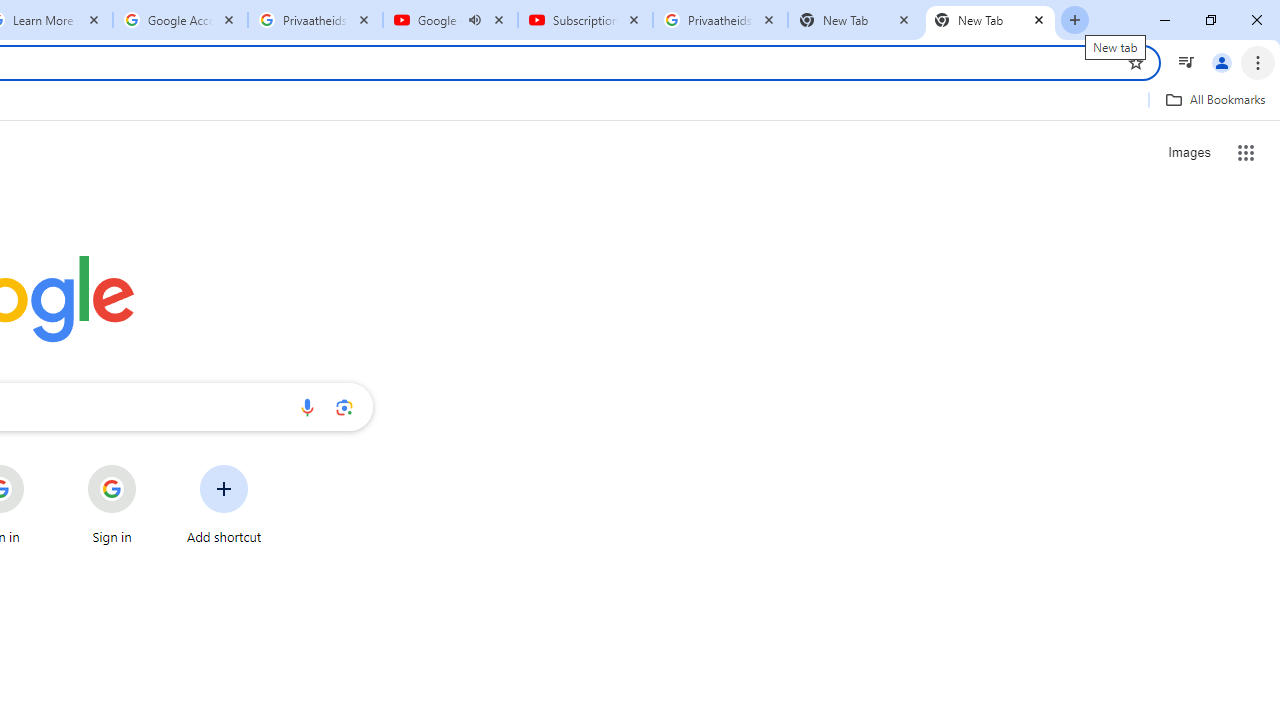  What do you see at coordinates (990, 20) in the screenshot?
I see `'New Tab'` at bounding box center [990, 20].